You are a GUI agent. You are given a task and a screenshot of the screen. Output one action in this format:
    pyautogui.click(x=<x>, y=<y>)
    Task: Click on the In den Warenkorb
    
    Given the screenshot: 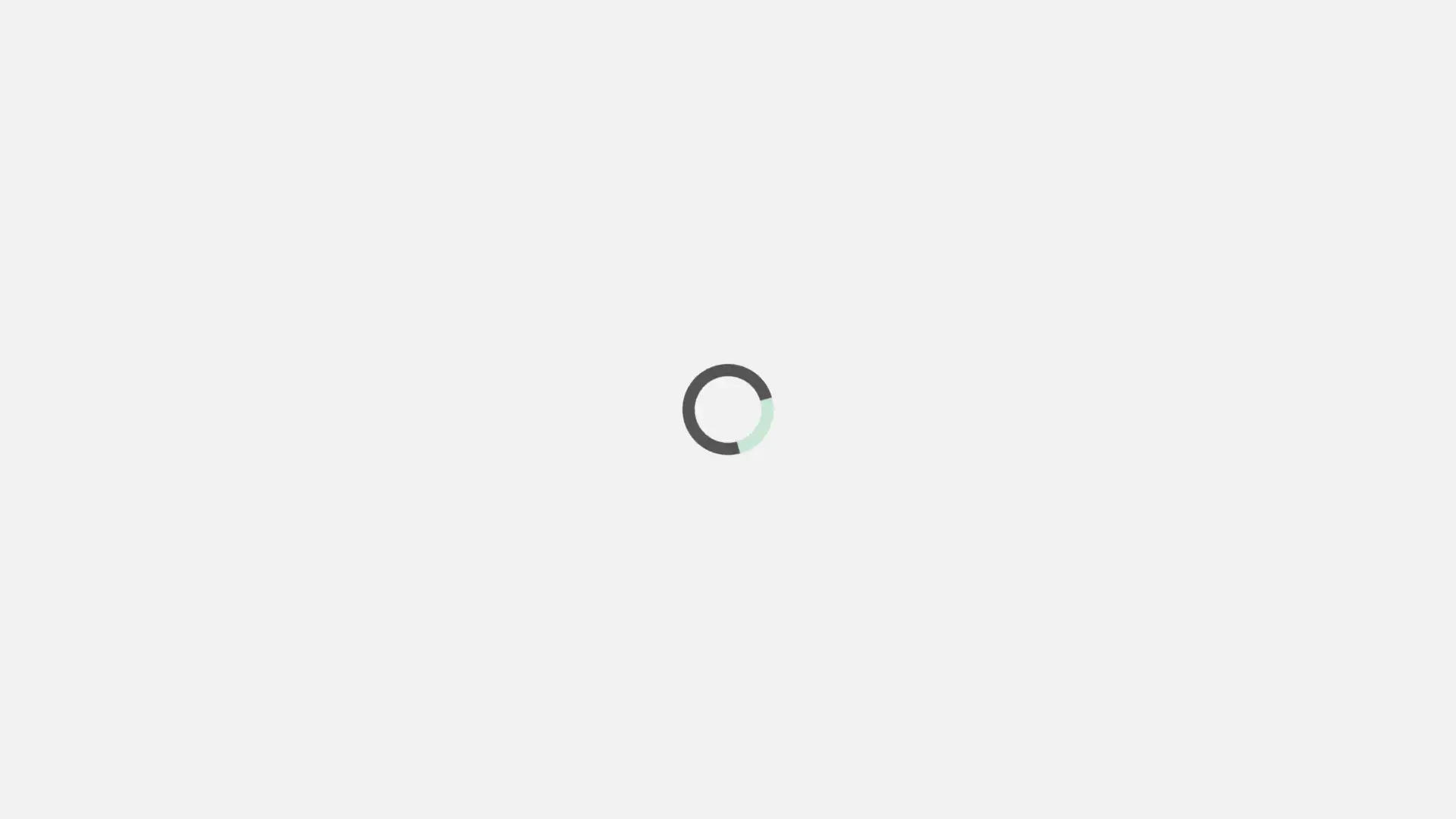 What is the action you would take?
    pyautogui.click(x=1117, y=654)
    